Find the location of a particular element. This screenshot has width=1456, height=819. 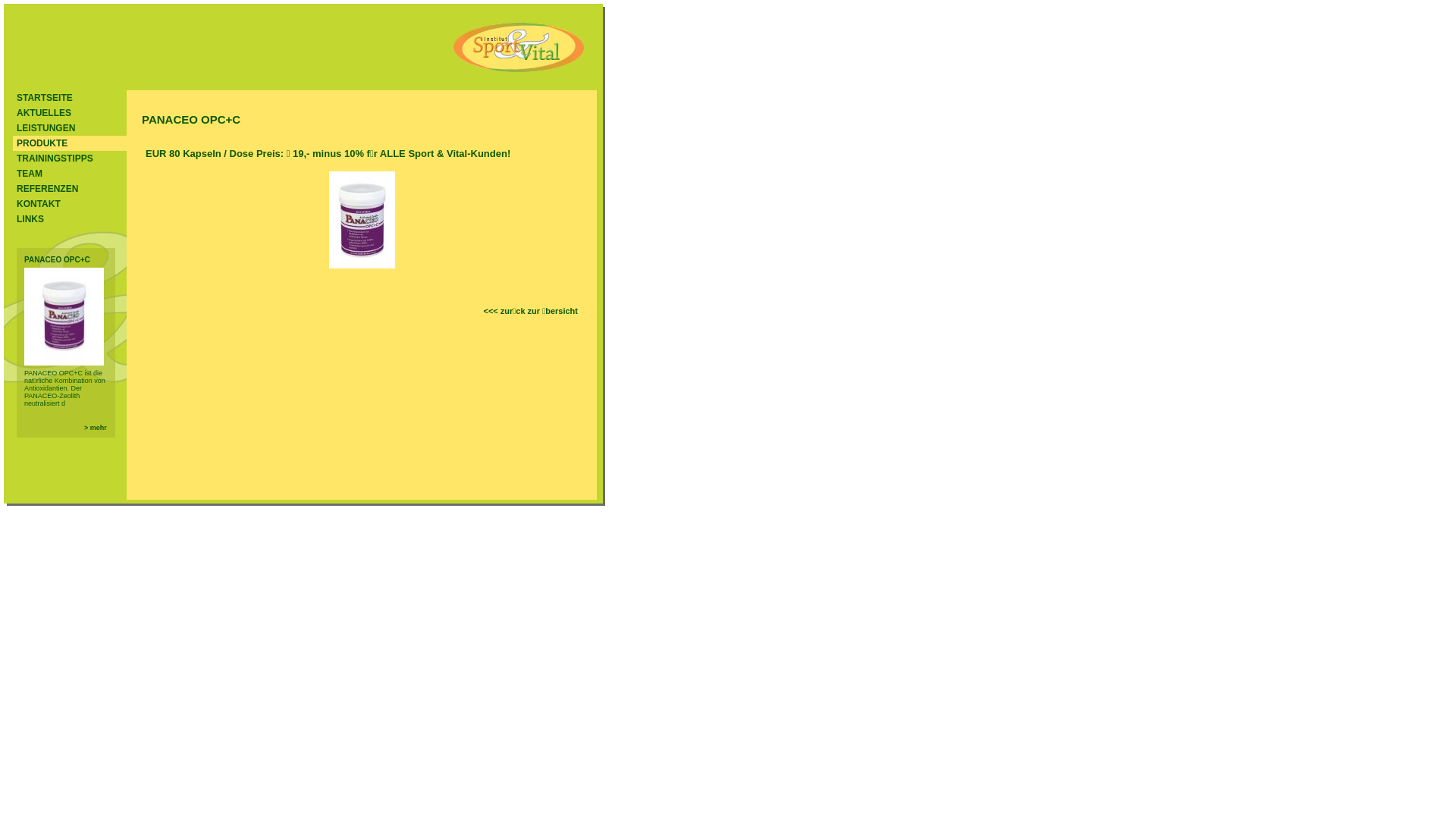

'> mehr' is located at coordinates (94, 427).